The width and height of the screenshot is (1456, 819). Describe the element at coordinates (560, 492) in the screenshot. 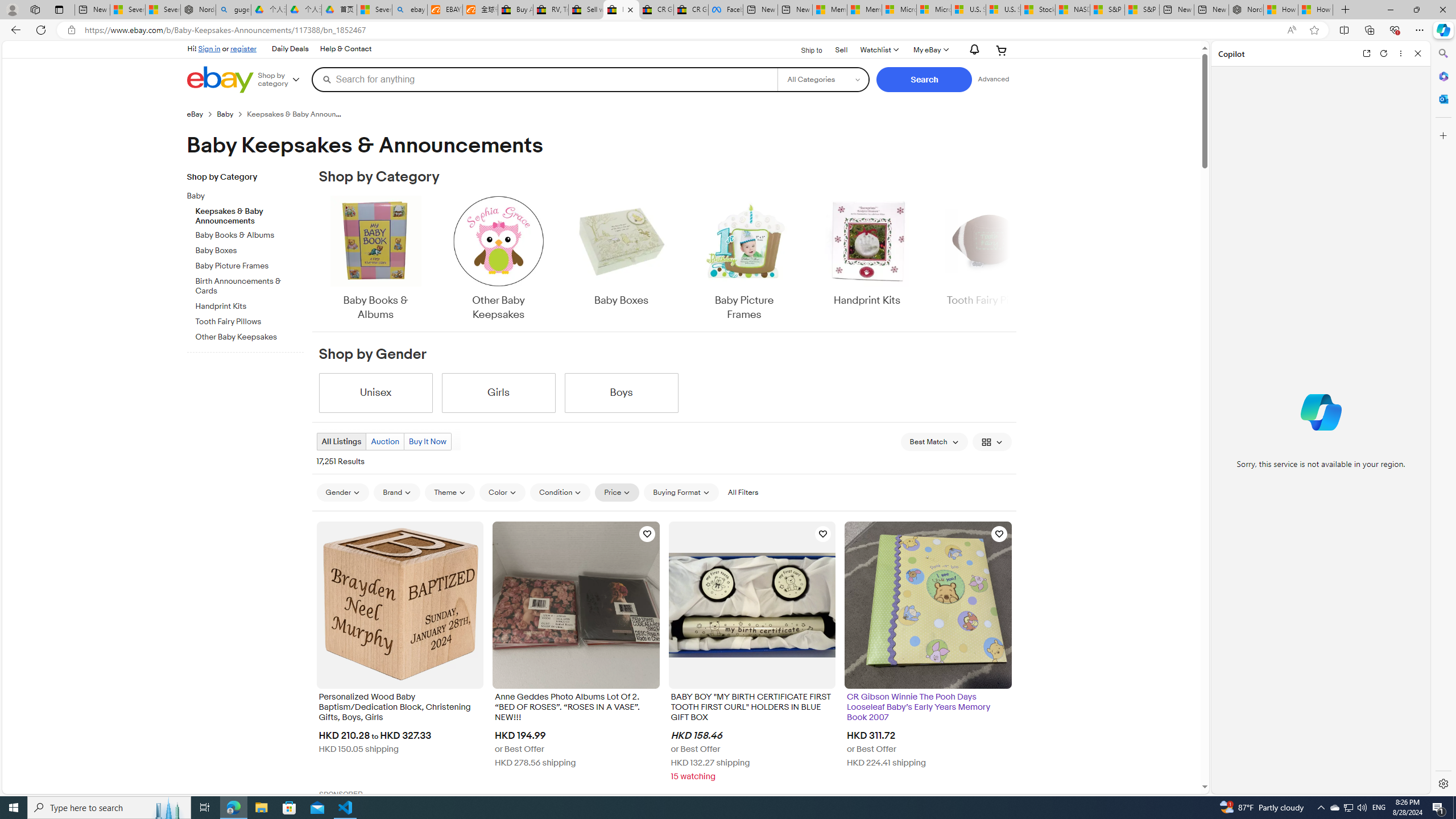

I see `'Condition'` at that location.